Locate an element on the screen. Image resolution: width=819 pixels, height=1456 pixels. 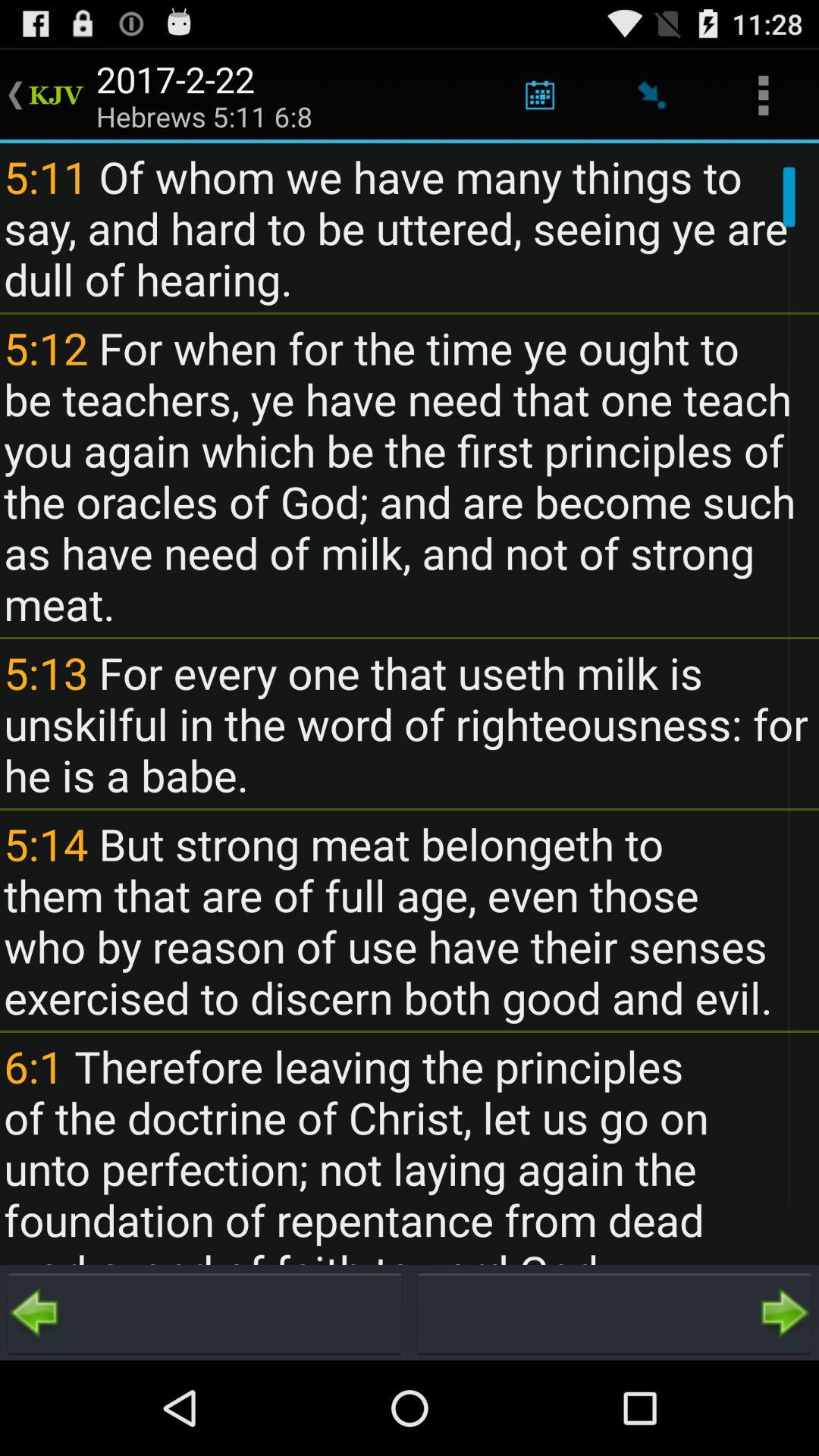
app above 5 11 of is located at coordinates (539, 94).